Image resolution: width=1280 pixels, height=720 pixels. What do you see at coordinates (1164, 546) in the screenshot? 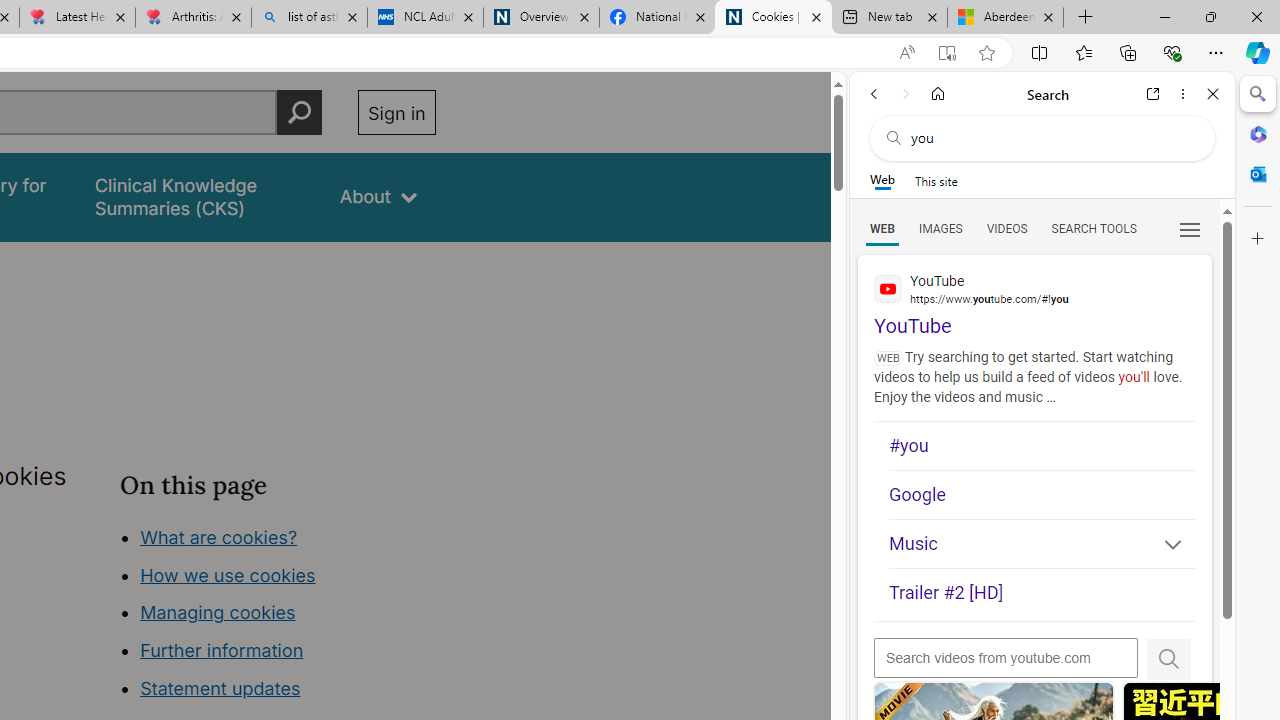
I see `'Show More Music'` at bounding box center [1164, 546].